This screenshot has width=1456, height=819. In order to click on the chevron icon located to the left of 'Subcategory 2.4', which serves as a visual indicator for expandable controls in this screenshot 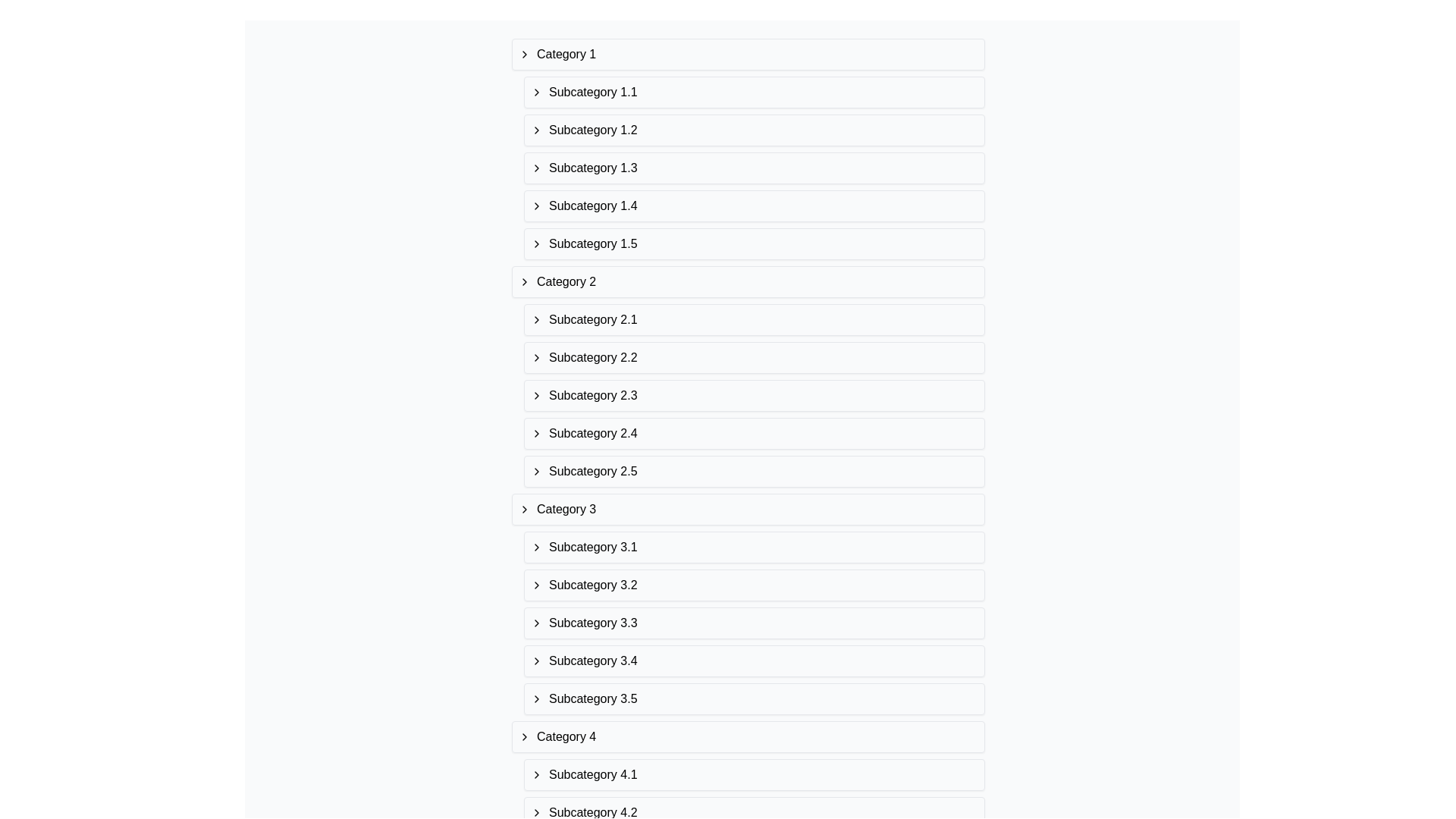, I will do `click(537, 433)`.